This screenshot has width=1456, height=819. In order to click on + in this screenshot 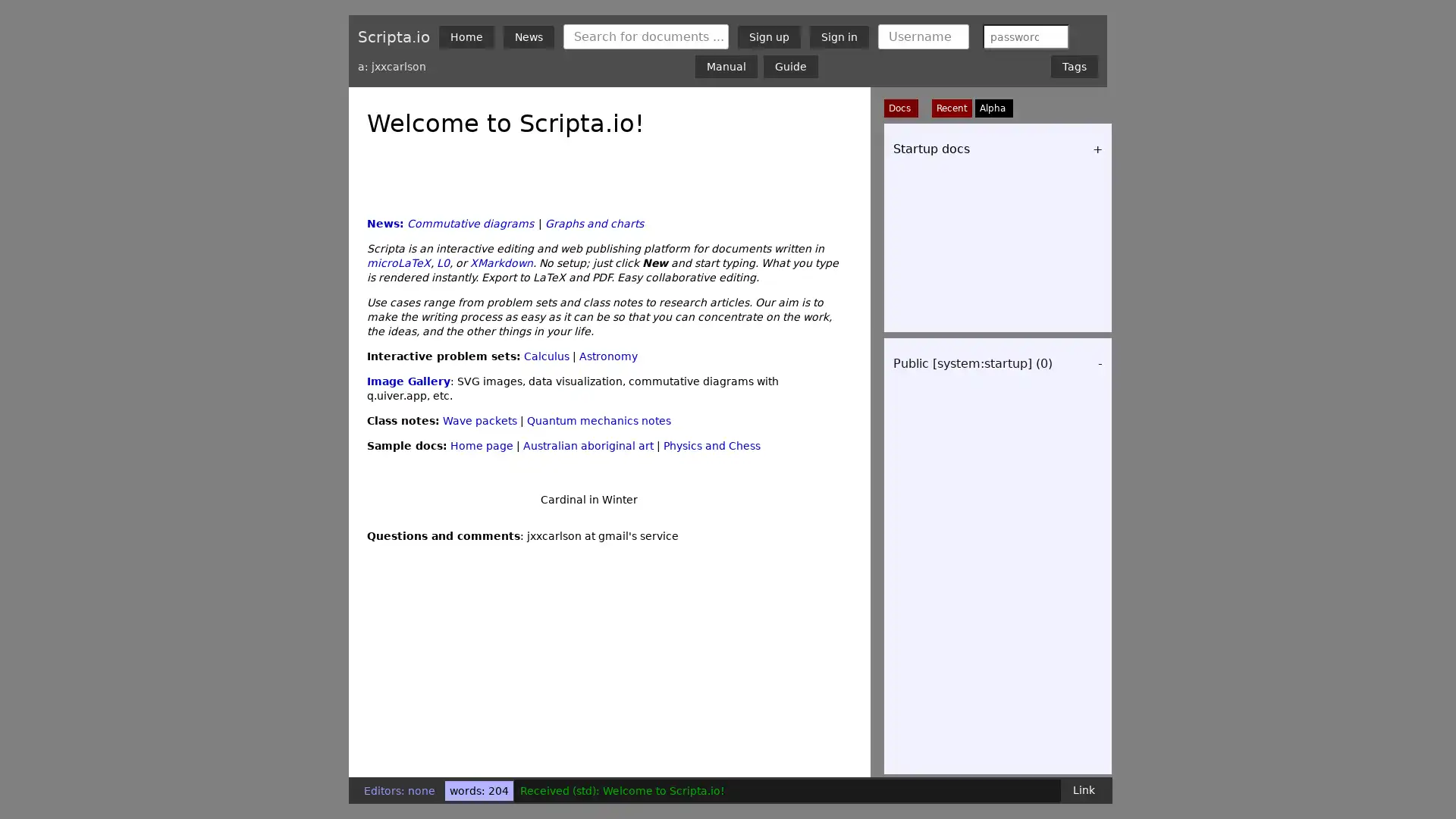, I will do `click(1097, 149)`.